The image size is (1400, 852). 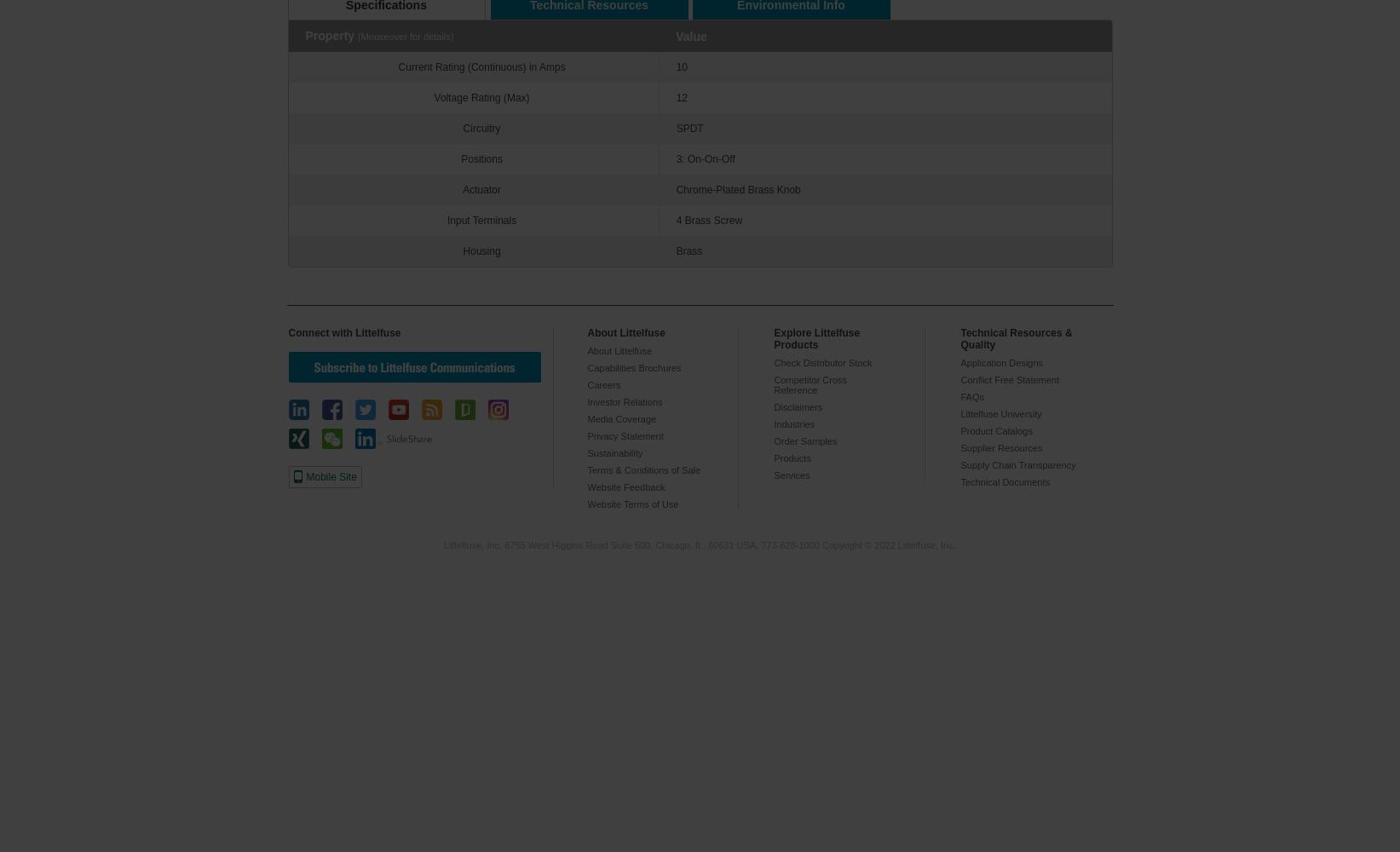 What do you see at coordinates (791, 475) in the screenshot?
I see `'Services'` at bounding box center [791, 475].